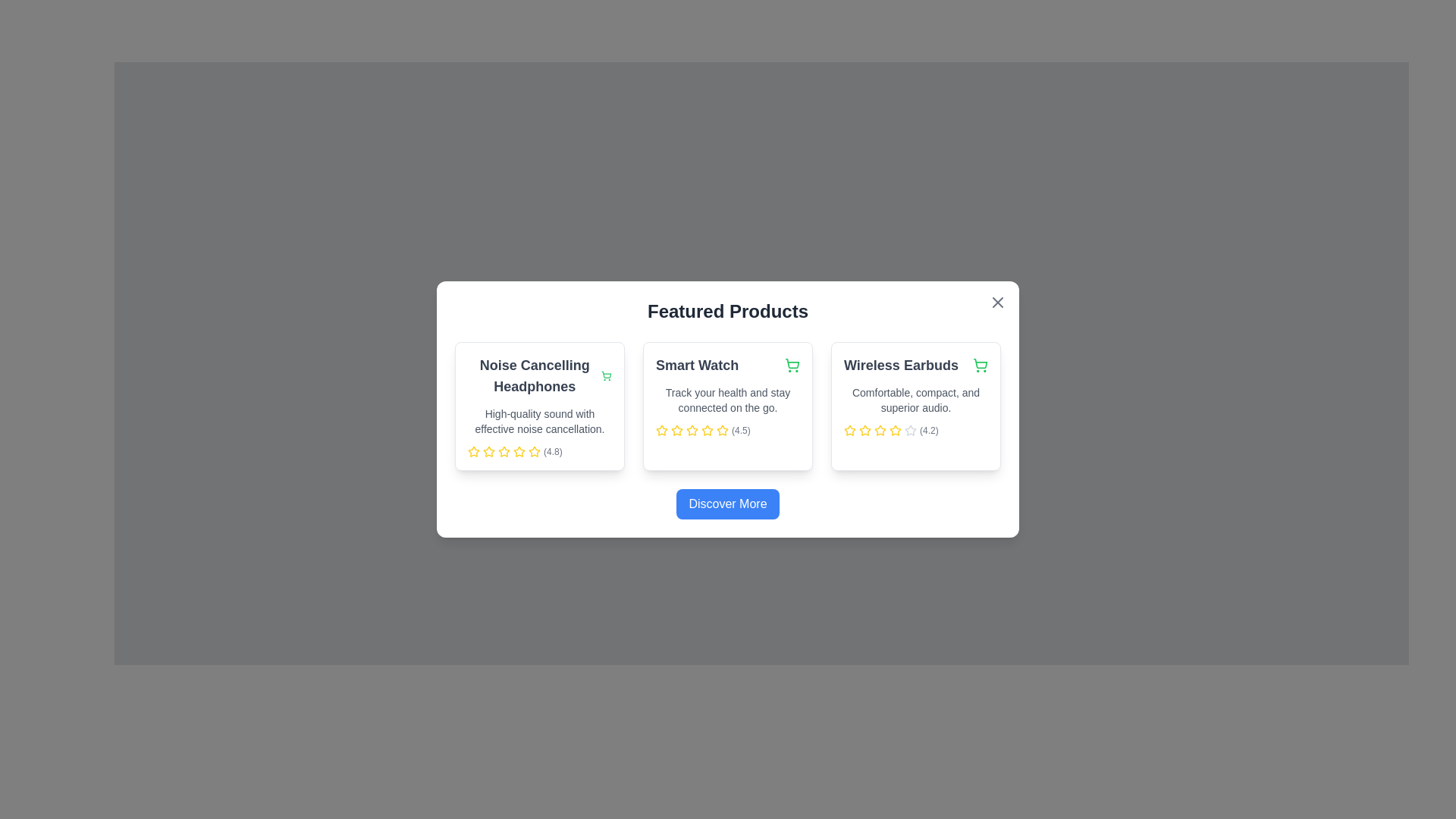 The height and width of the screenshot is (819, 1456). Describe the element at coordinates (910, 430) in the screenshot. I see `the fifth and last gray-colored star icon in the five-star rating row under the 'Wireless Earbuds' product description` at that location.